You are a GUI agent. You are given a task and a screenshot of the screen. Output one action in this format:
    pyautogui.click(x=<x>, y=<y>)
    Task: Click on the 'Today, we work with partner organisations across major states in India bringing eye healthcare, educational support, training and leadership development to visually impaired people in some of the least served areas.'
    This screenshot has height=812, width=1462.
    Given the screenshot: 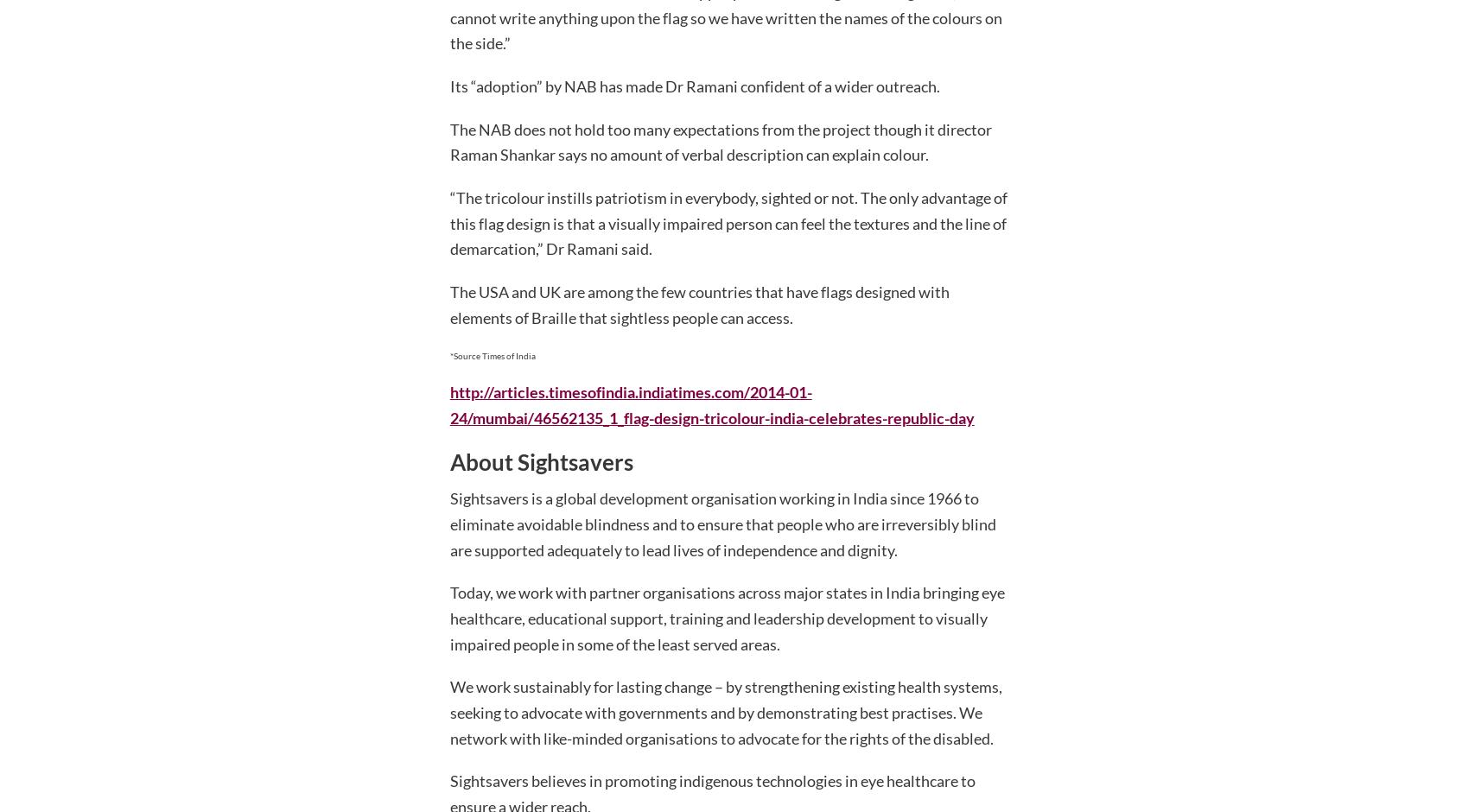 What is the action you would take?
    pyautogui.click(x=726, y=618)
    